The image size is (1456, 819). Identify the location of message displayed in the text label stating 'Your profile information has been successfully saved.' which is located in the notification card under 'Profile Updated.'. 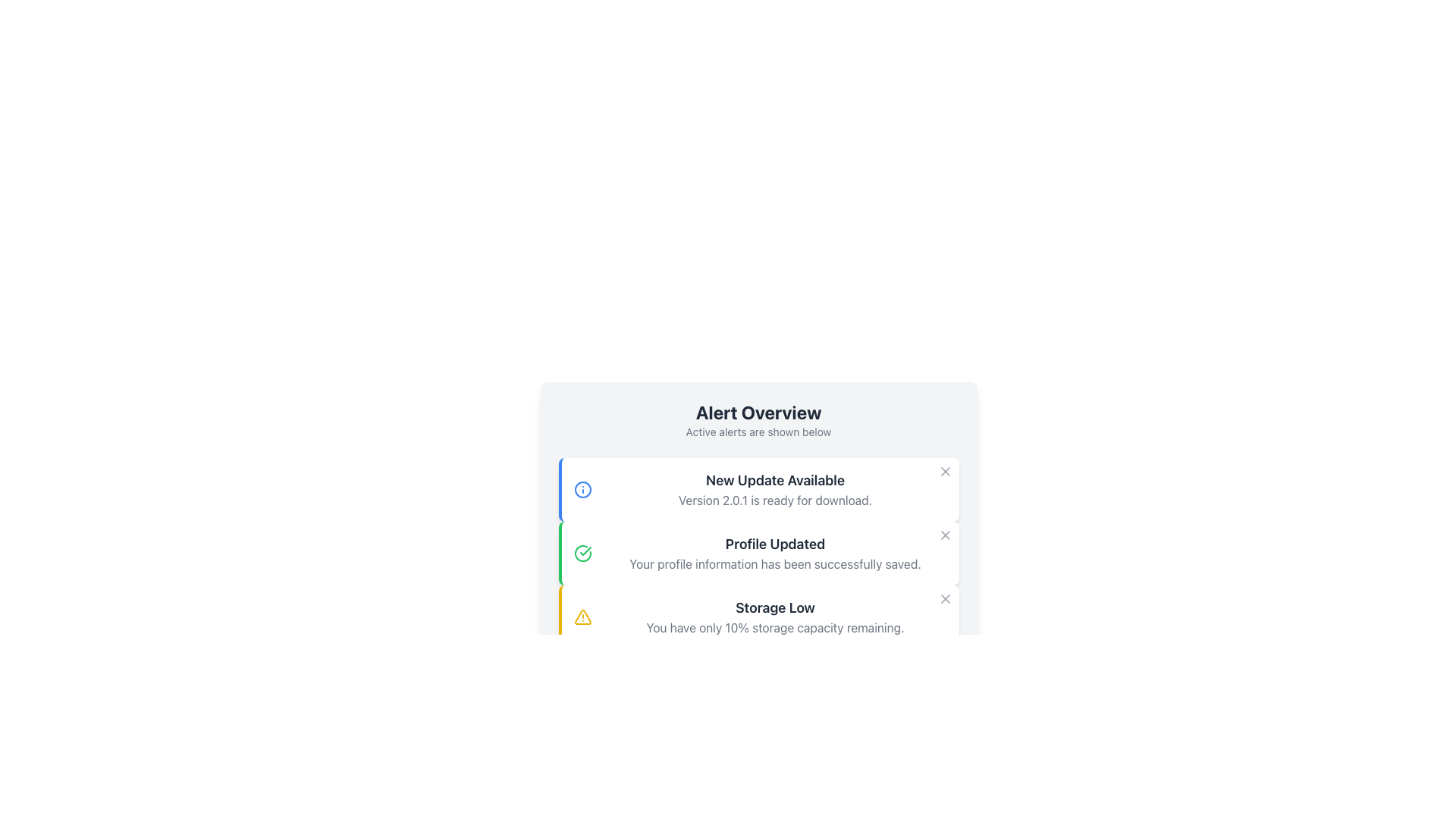
(775, 564).